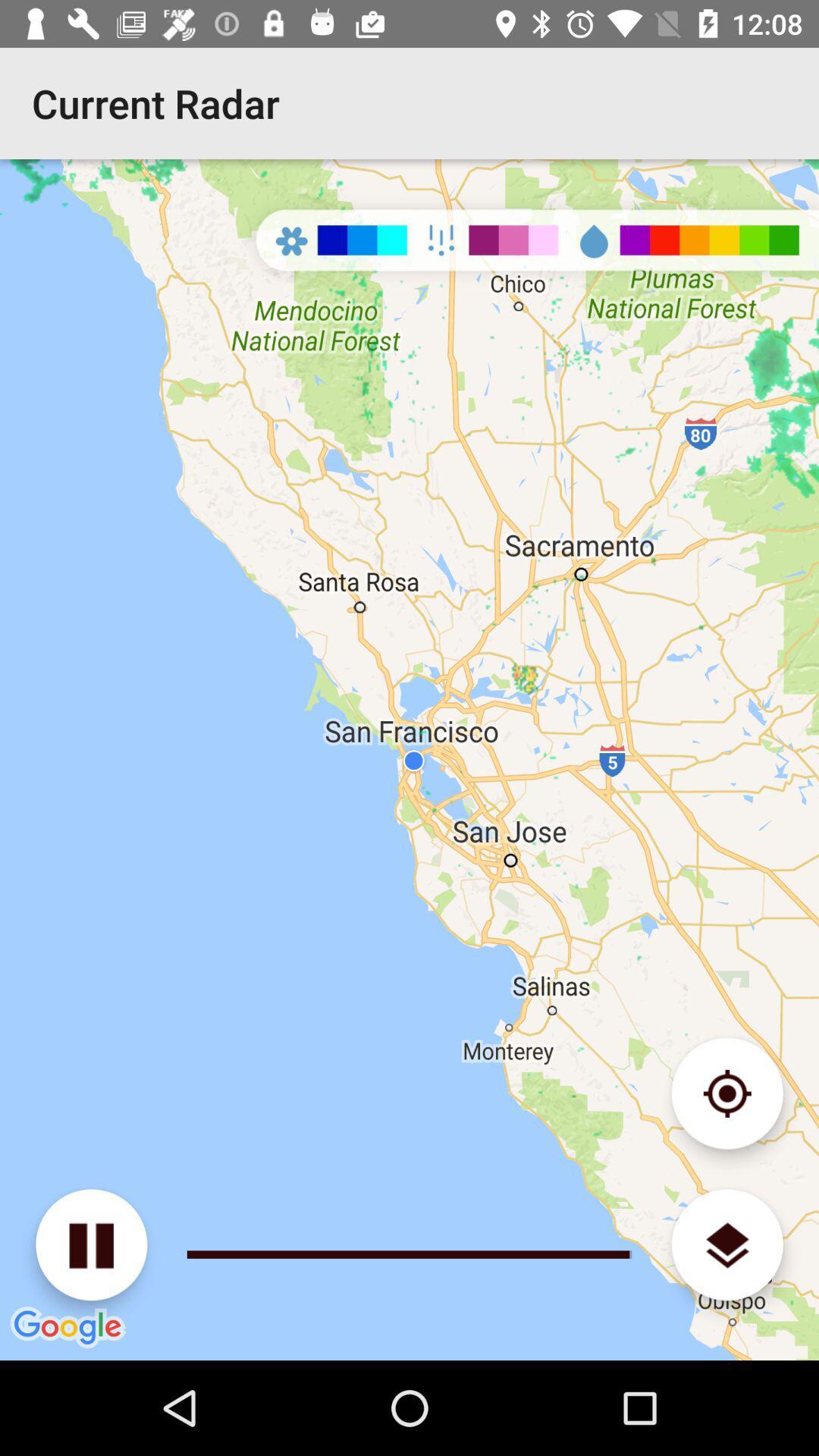 The height and width of the screenshot is (1456, 819). I want to click on pause, so click(91, 1244).